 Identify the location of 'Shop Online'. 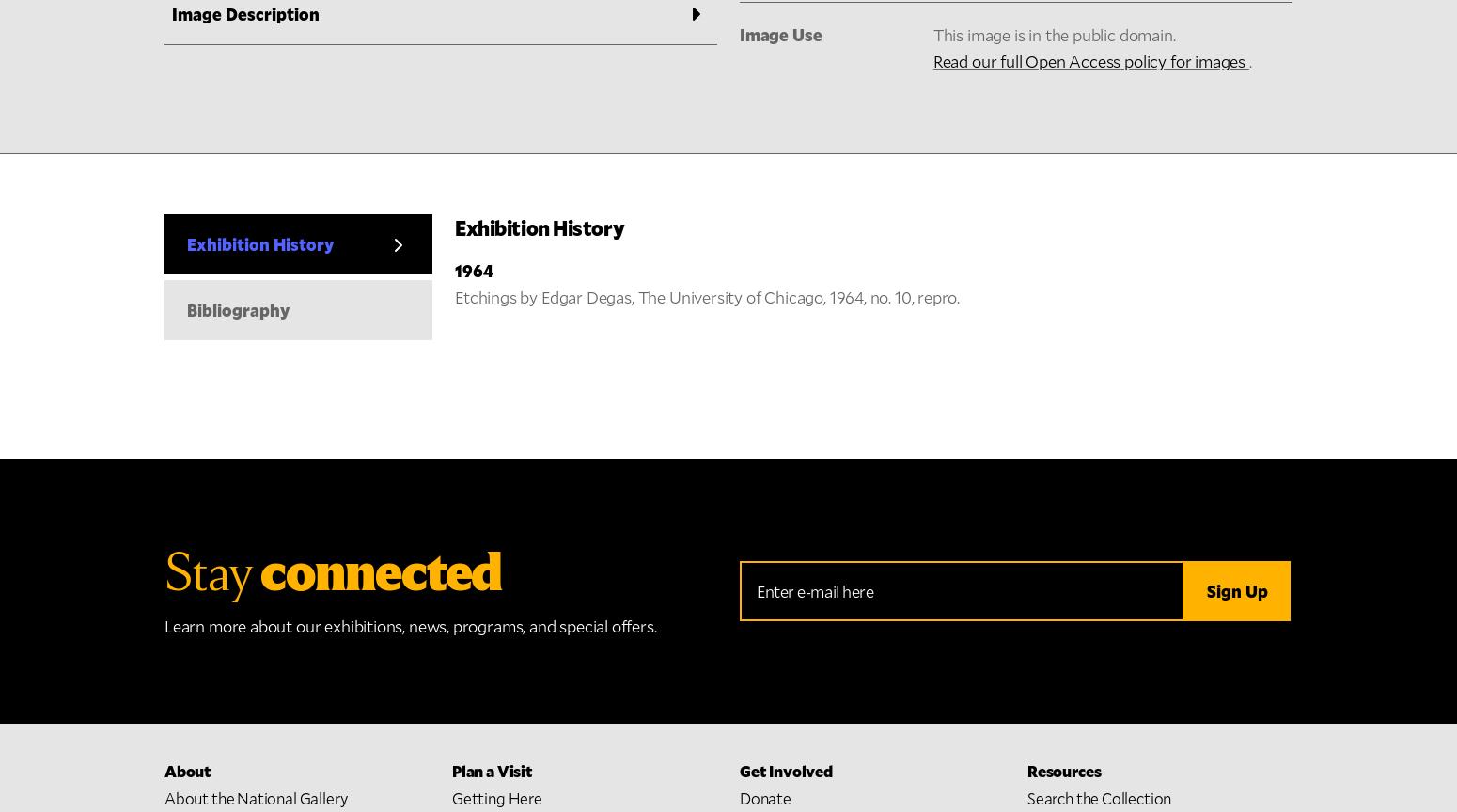
(779, 362).